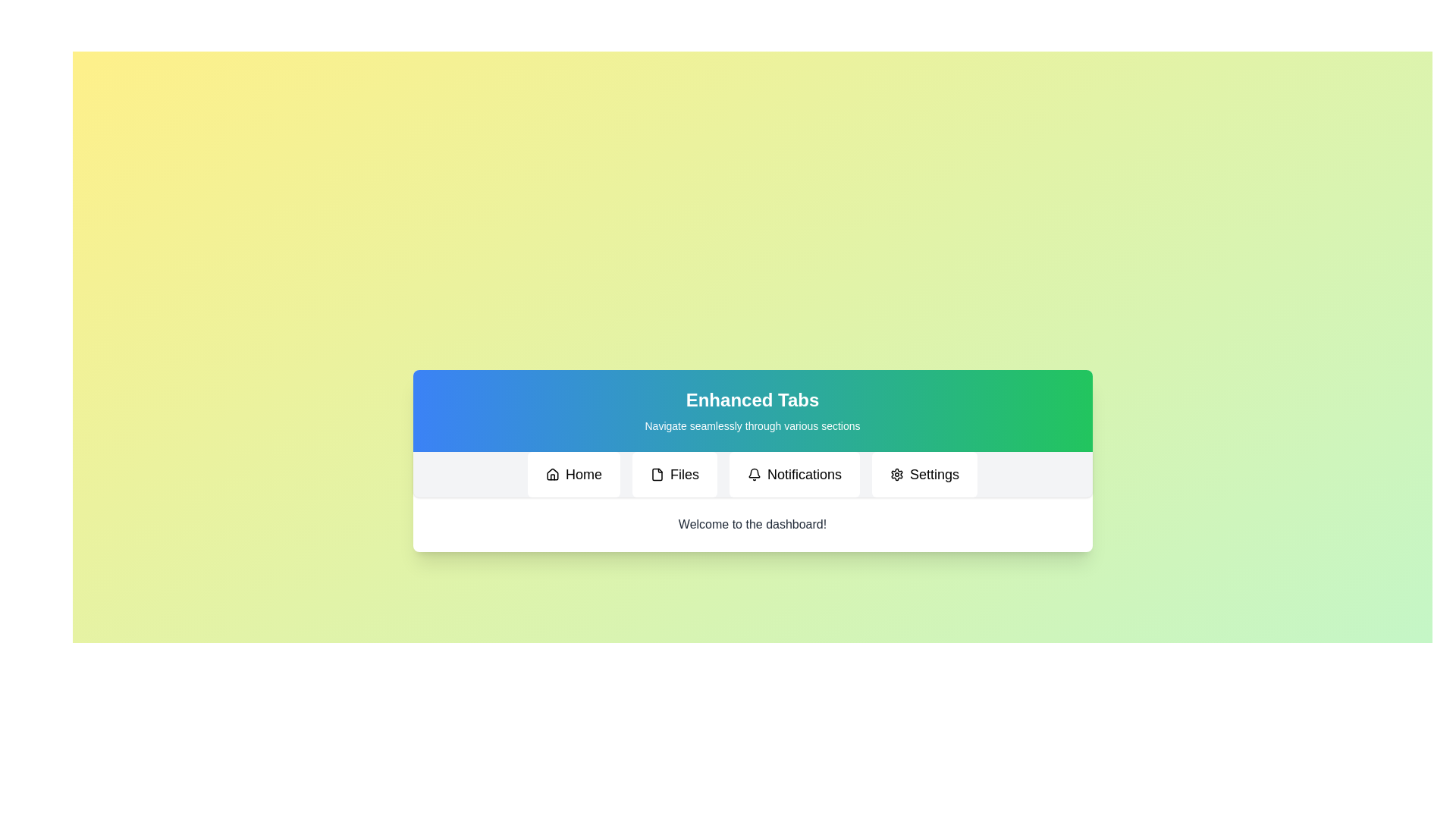  What do you see at coordinates (552, 473) in the screenshot?
I see `the 'Home' icon in the navigation bar` at bounding box center [552, 473].